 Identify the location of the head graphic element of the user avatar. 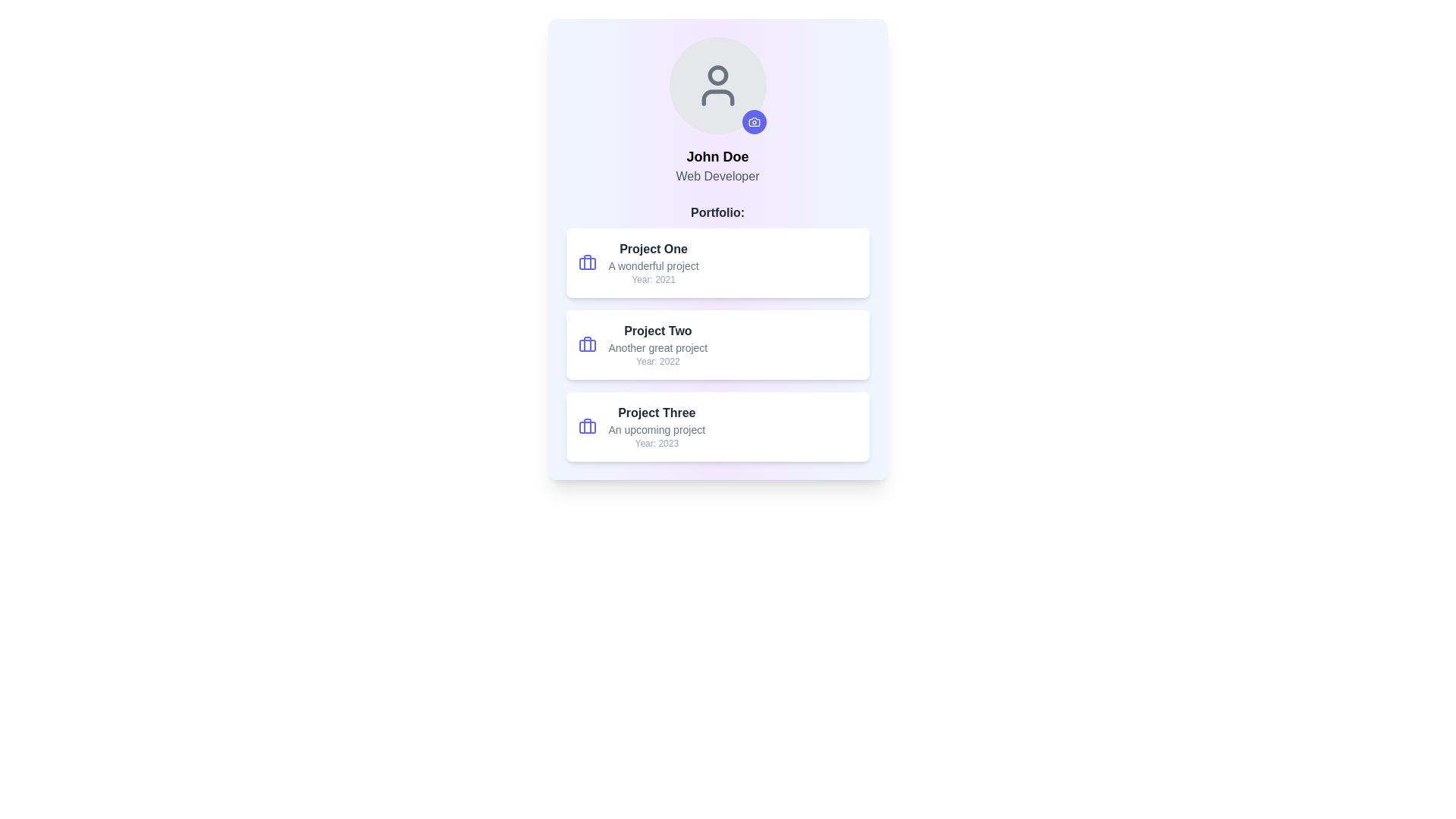
(717, 75).